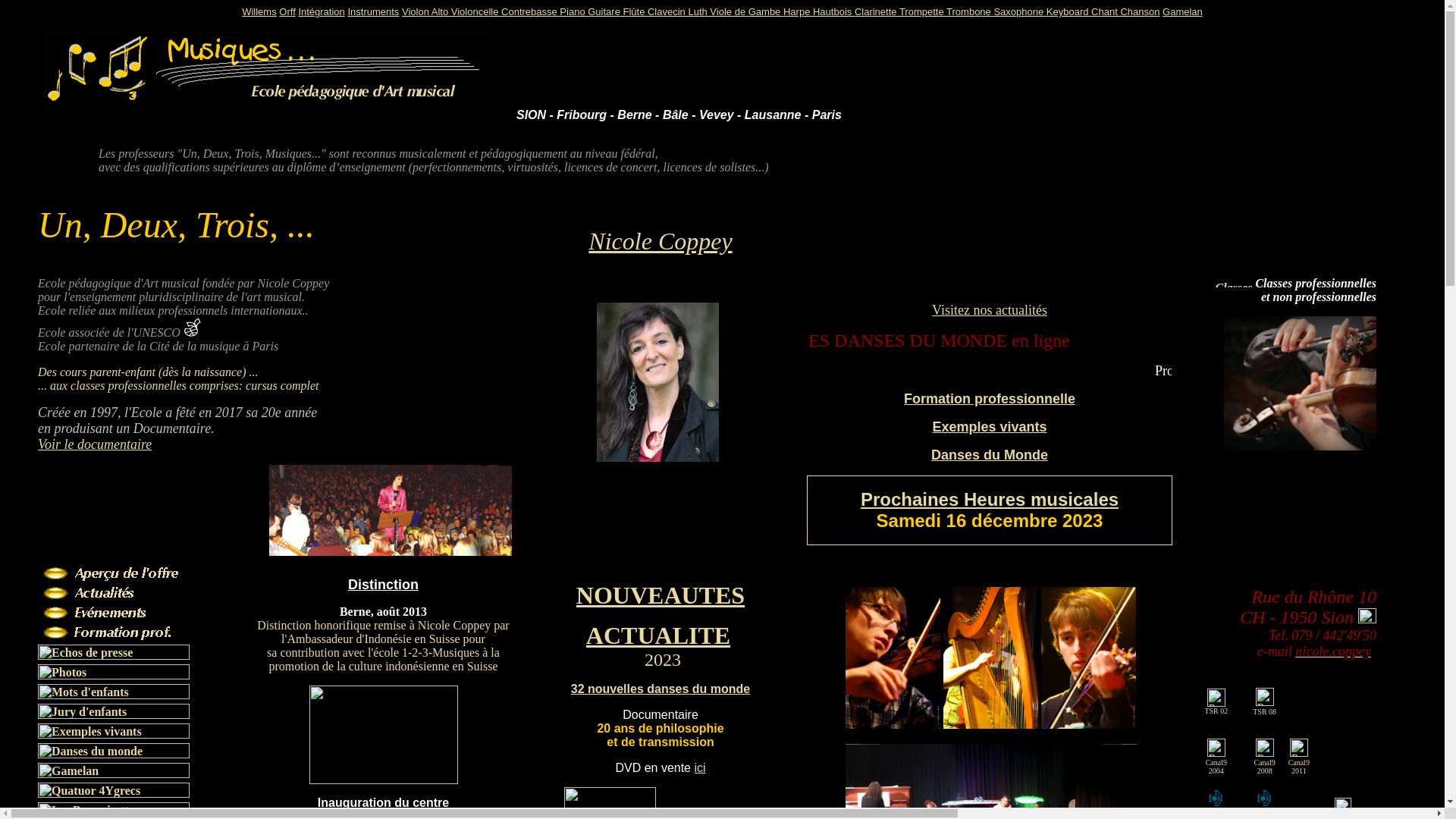 The height and width of the screenshot is (819, 1456). I want to click on 'Danses du Monde', so click(990, 454).